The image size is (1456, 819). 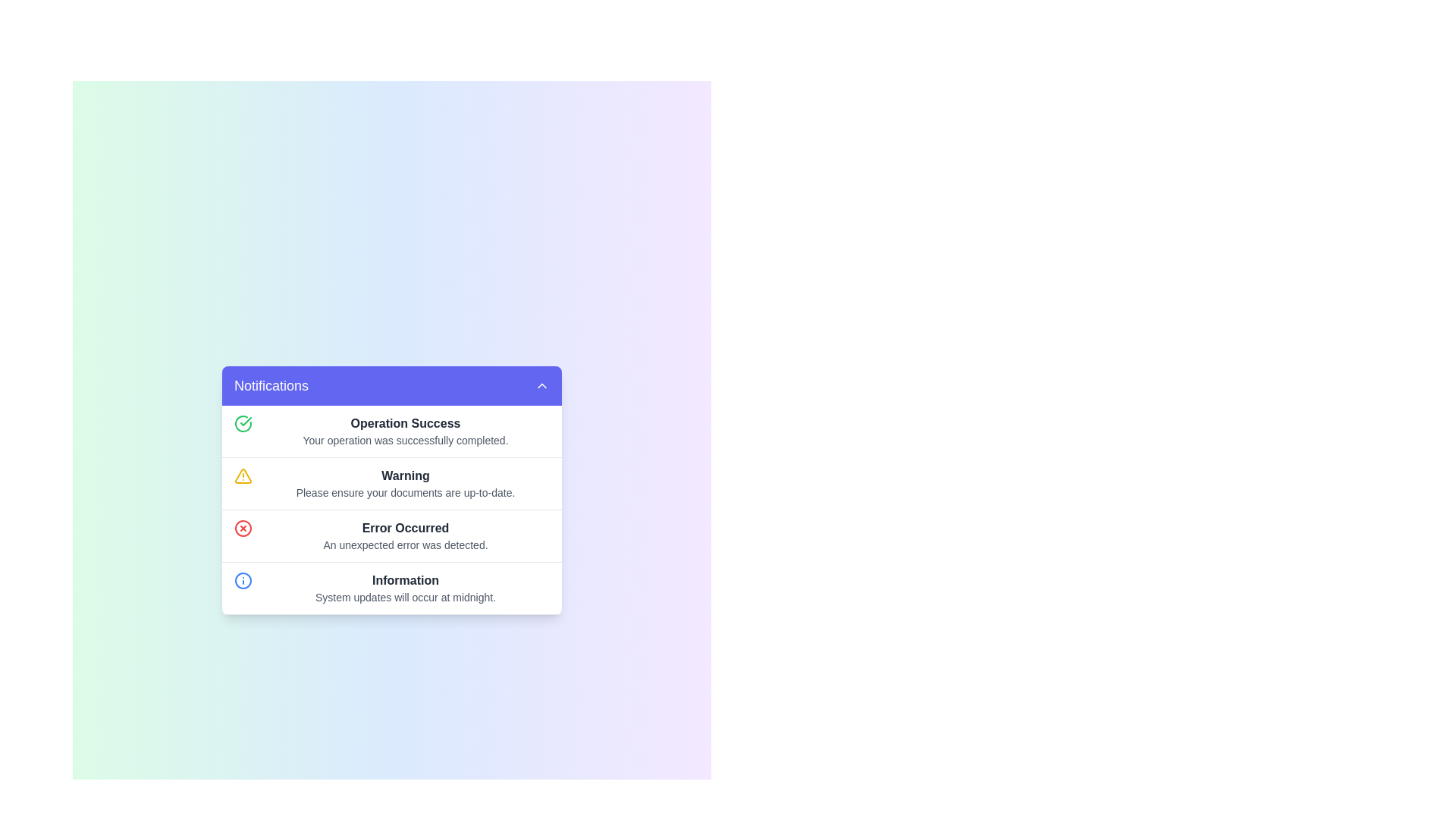 I want to click on the Icon button located in the top-right corner of the header bar containing the 'Notifications' text, so click(x=542, y=385).